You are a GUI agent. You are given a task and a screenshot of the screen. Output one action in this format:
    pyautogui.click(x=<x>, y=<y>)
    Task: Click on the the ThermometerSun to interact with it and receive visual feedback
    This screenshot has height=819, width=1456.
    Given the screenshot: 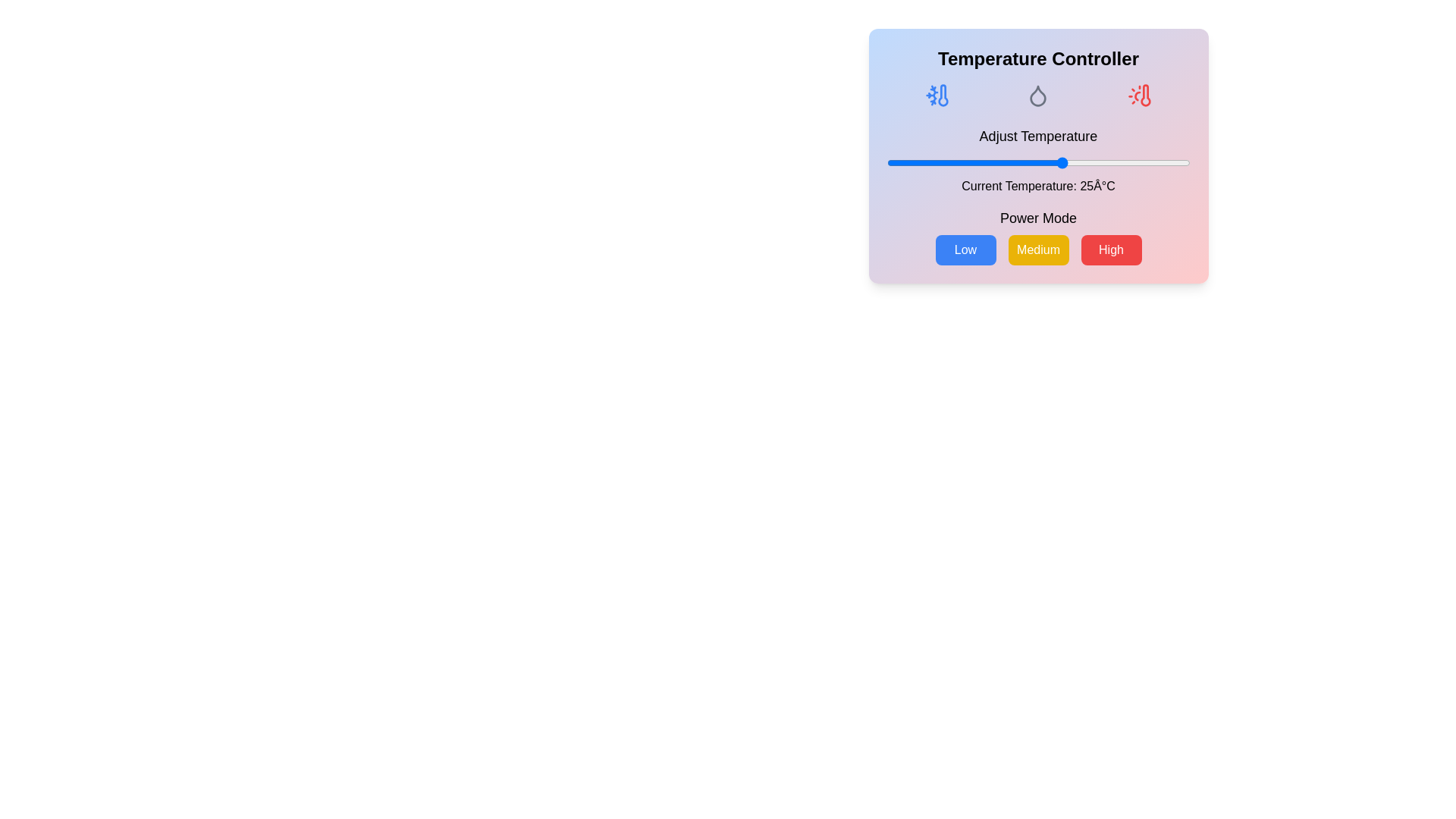 What is the action you would take?
    pyautogui.click(x=1139, y=96)
    